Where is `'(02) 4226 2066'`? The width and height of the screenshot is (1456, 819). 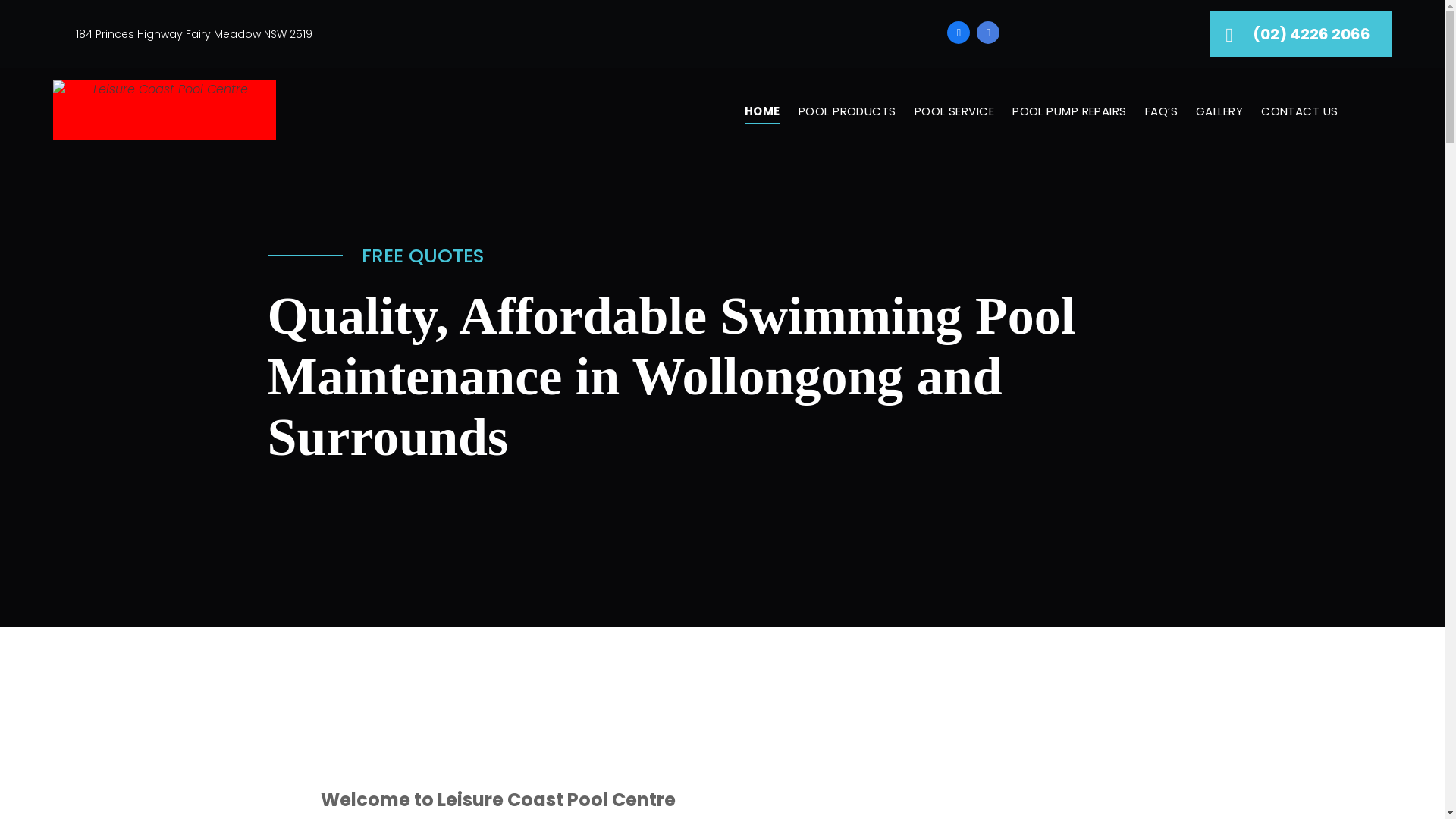
'(02) 4226 2066' is located at coordinates (1299, 34).